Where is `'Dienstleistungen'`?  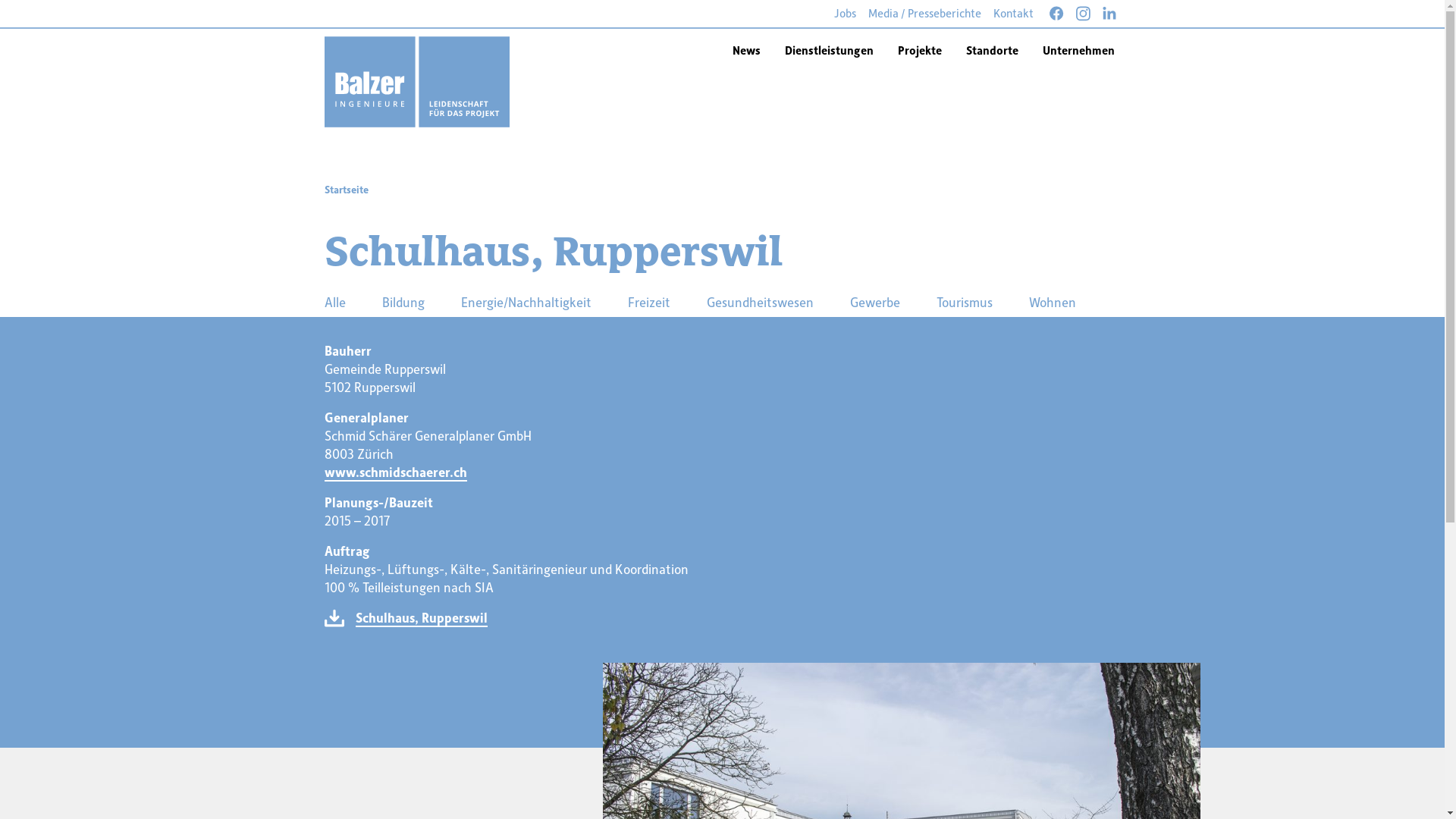
'Dienstleistungen' is located at coordinates (827, 48).